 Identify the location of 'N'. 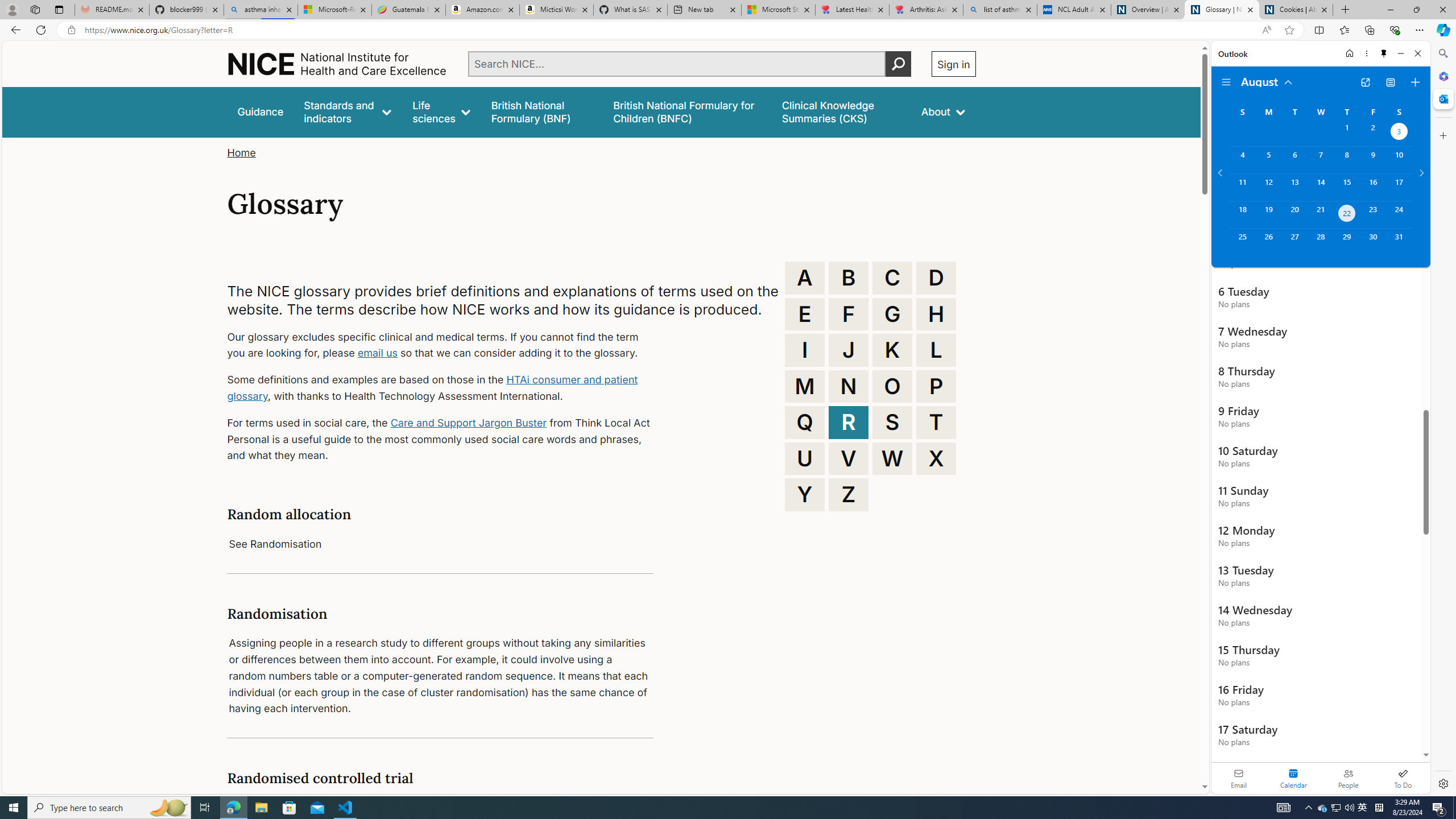
(848, 385).